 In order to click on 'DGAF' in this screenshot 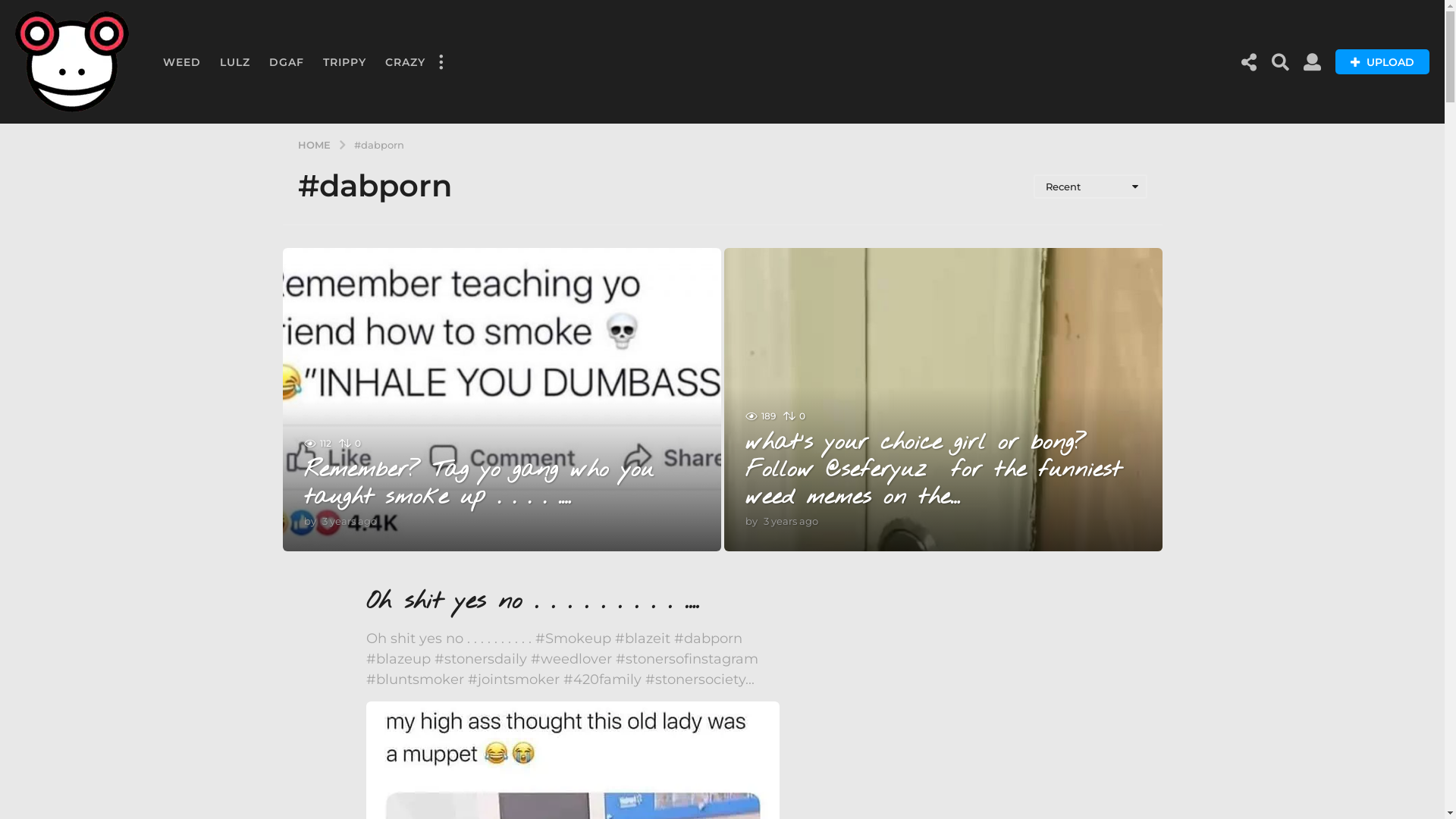, I will do `click(287, 61)`.